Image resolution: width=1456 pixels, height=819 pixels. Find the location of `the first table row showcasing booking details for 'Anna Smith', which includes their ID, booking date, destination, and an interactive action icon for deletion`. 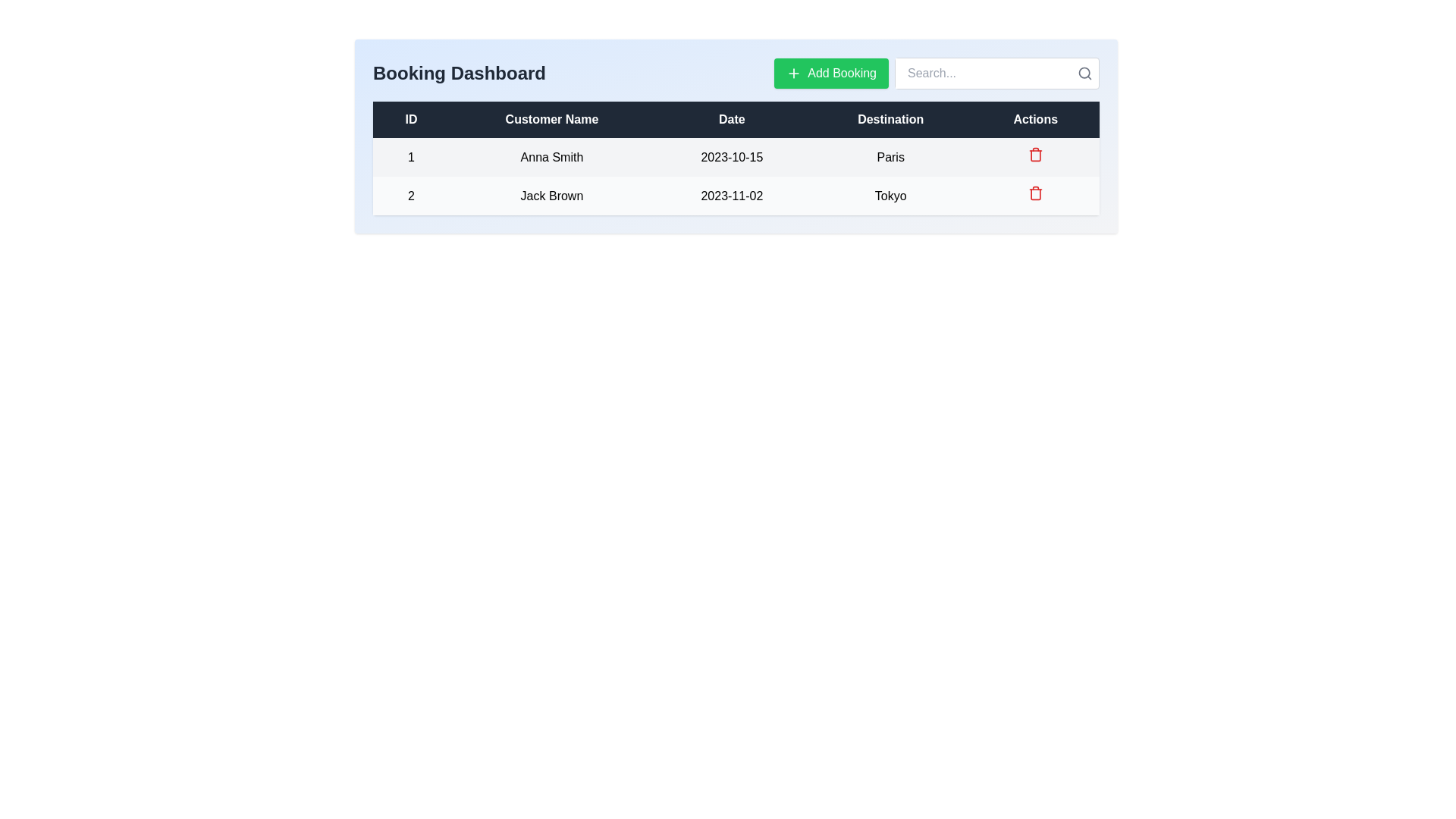

the first table row showcasing booking details for 'Anna Smith', which includes their ID, booking date, destination, and an interactive action icon for deletion is located at coordinates (736, 157).